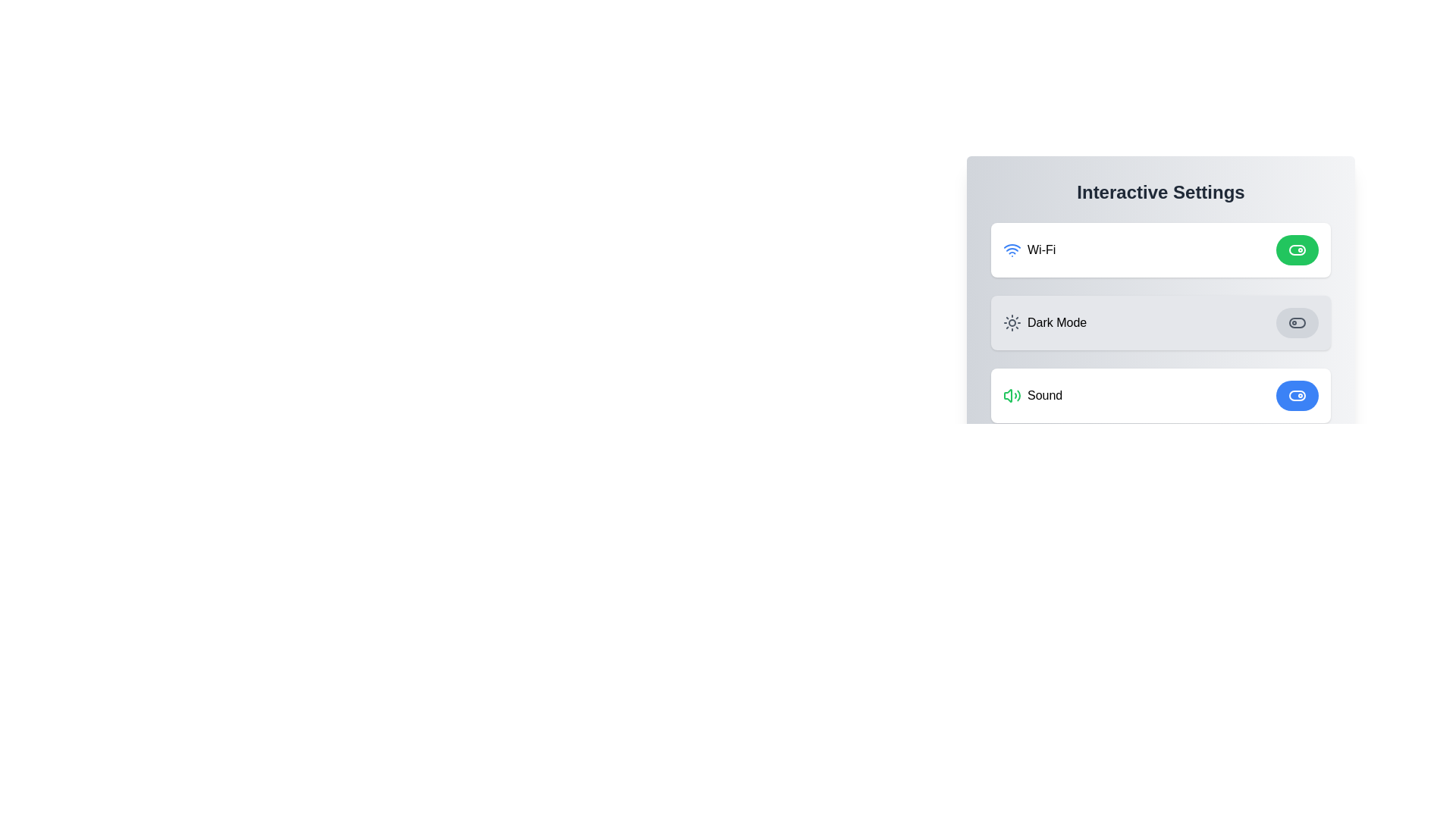 The width and height of the screenshot is (1456, 819). Describe the element at coordinates (1296, 322) in the screenshot. I see `the toggle switch in the 'Dark Mode' section of the 'Interactive Settings' interface to change its state` at that location.